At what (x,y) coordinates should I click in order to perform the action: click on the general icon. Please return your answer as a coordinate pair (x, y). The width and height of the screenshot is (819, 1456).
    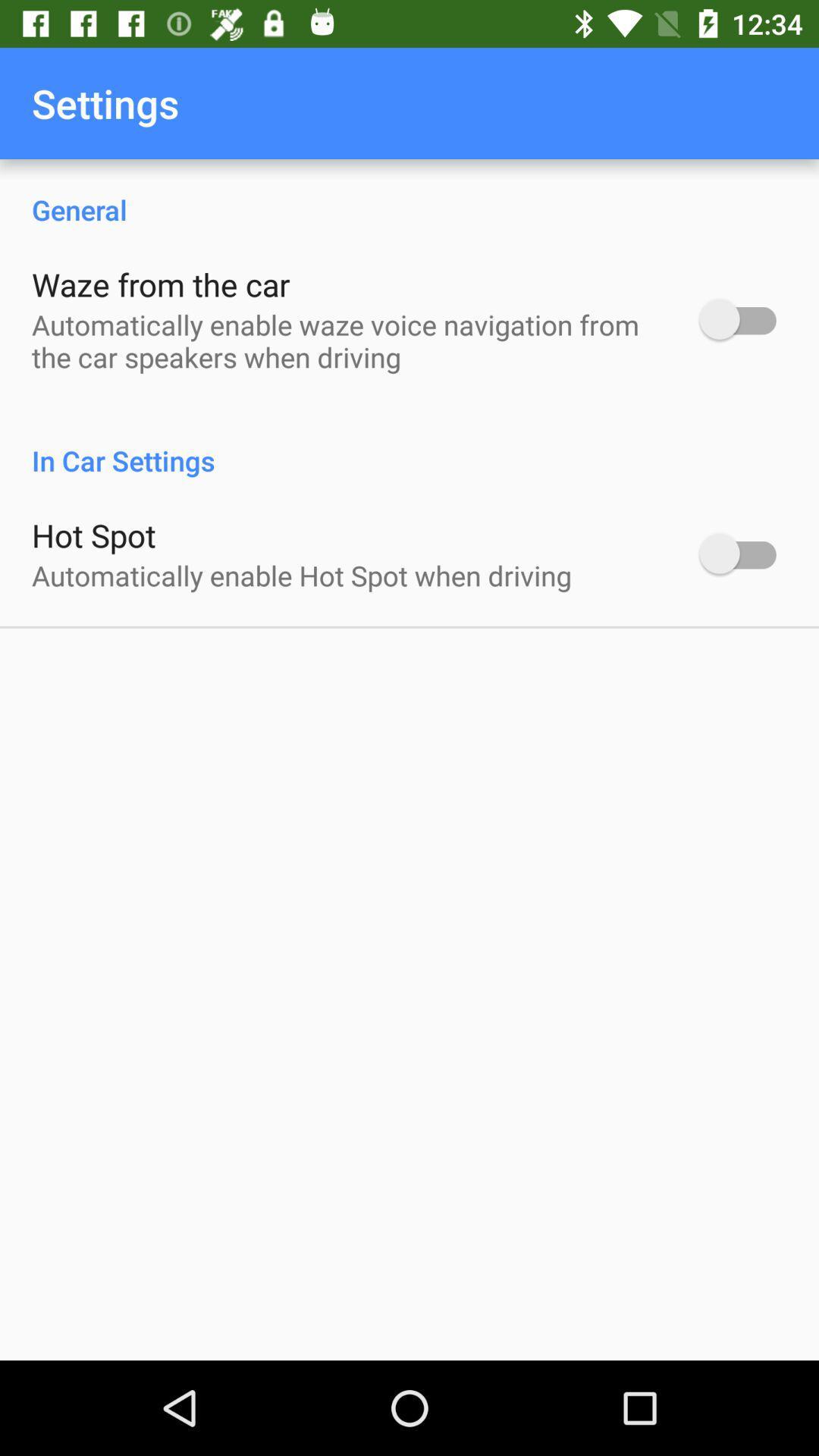
    Looking at the image, I should click on (409, 193).